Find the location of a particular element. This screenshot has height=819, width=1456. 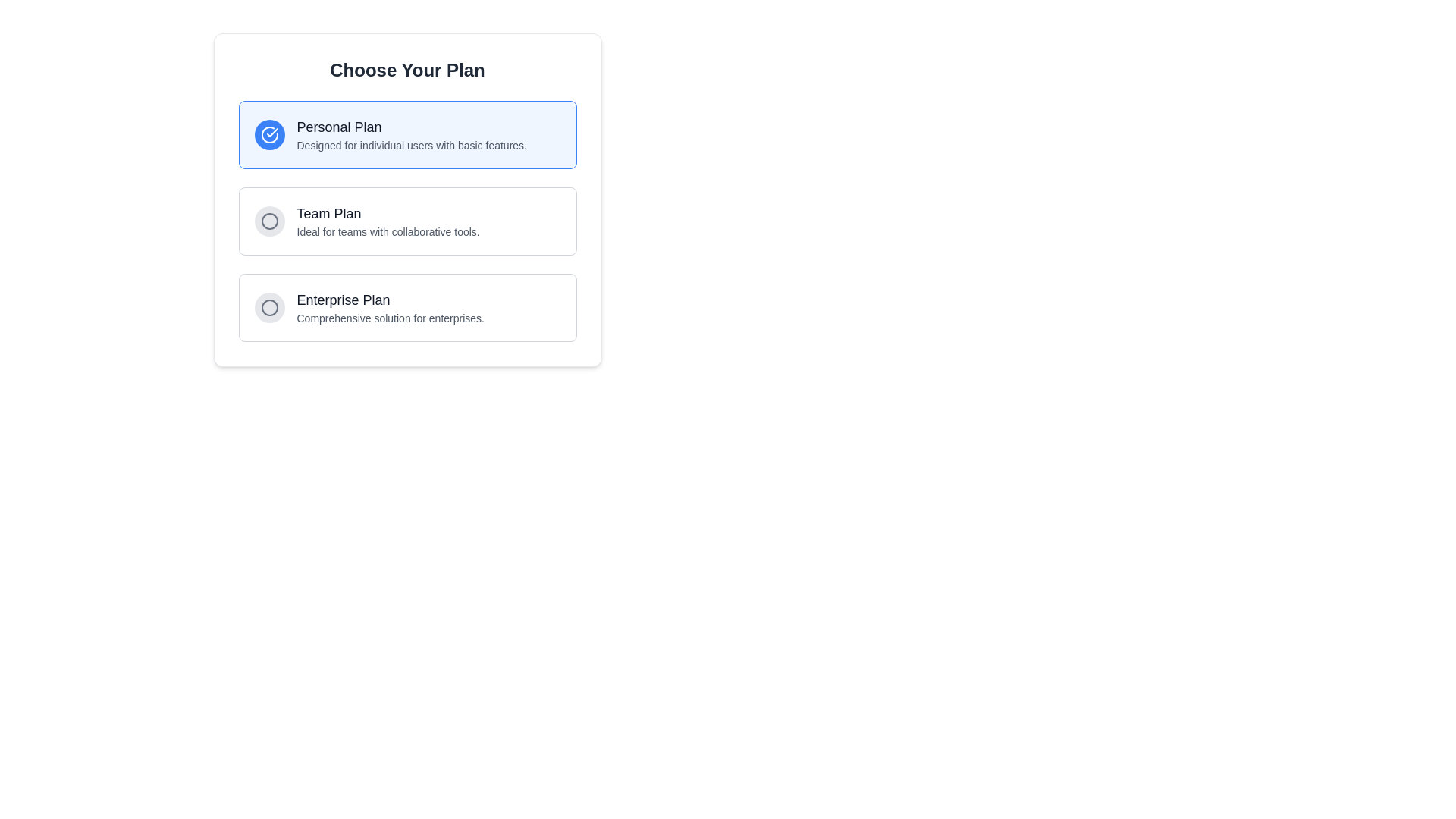

the check mark icon within the SVG element that represents the 'Personal Plan' option, indicating it is active or selected is located at coordinates (272, 131).